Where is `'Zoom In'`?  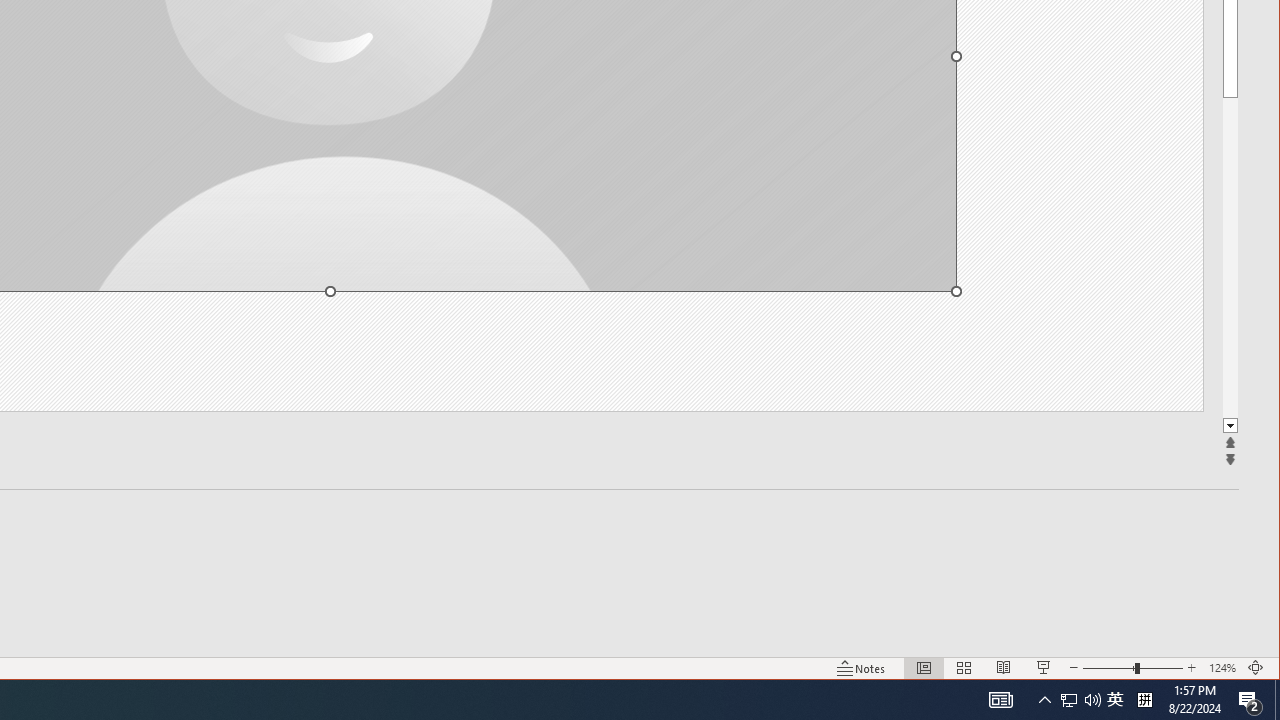 'Zoom In' is located at coordinates (1191, 668).